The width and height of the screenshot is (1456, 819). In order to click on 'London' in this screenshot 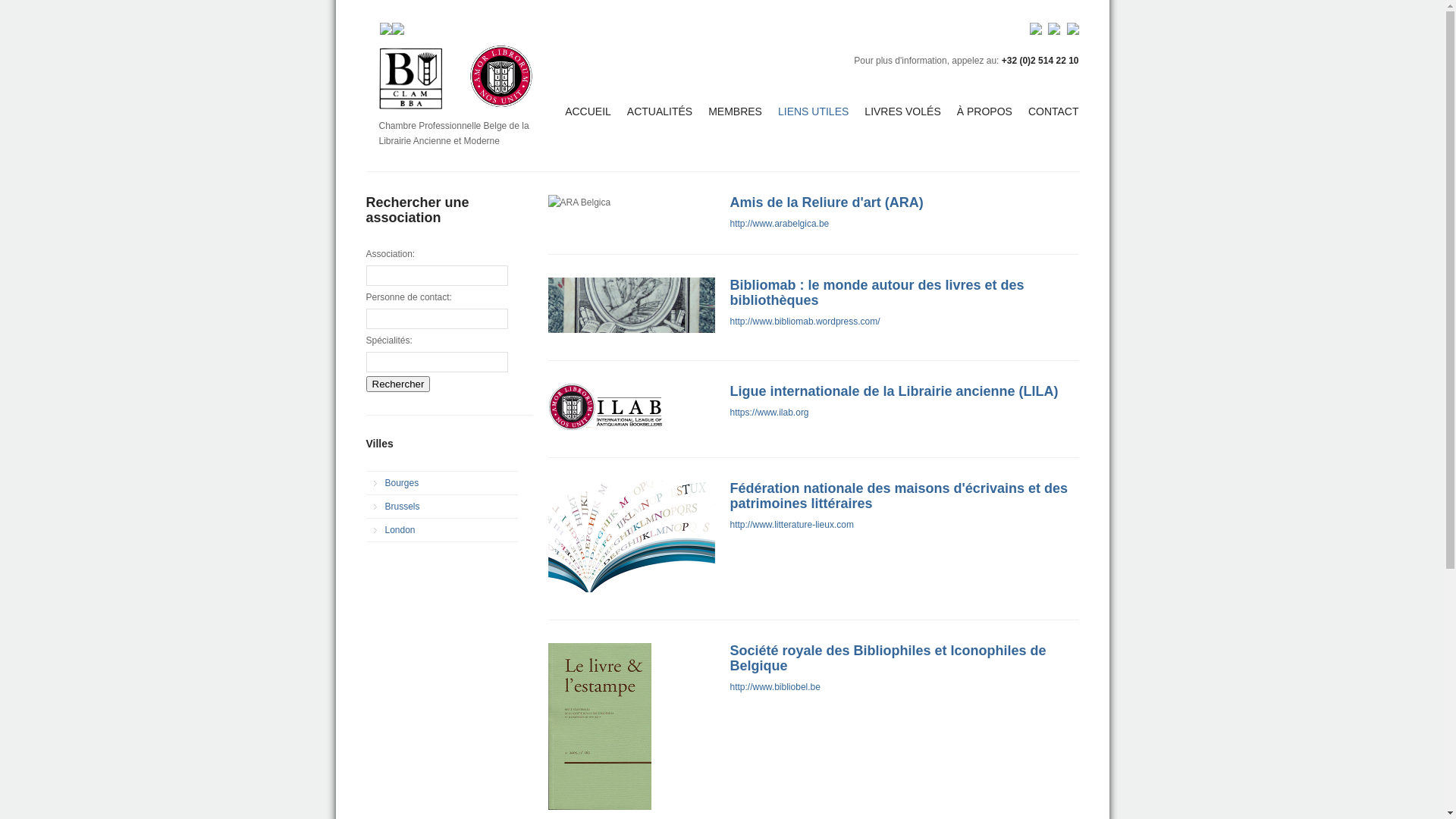, I will do `click(440, 529)`.